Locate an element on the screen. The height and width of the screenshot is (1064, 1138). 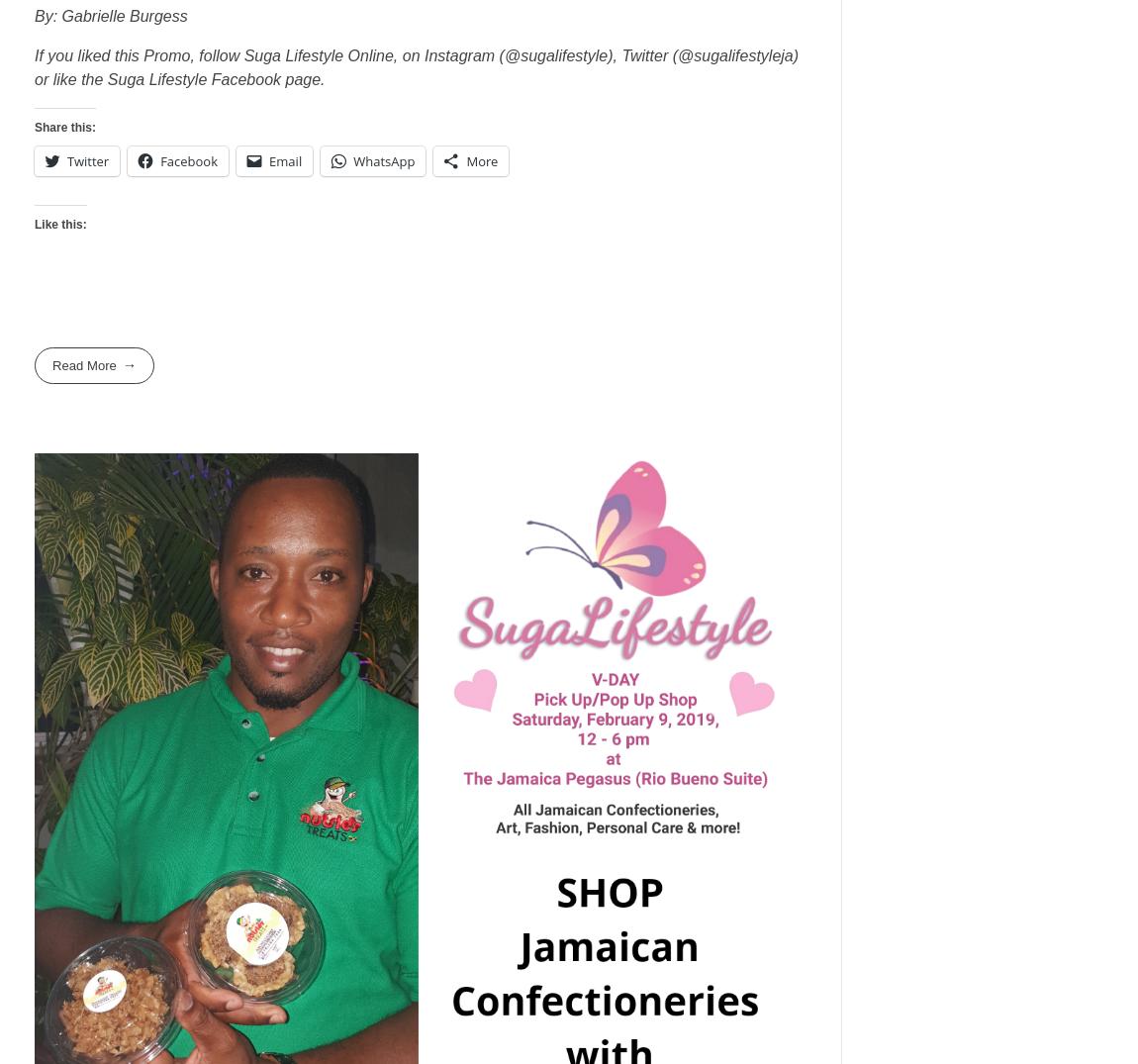
'WhatsApp' is located at coordinates (384, 160).